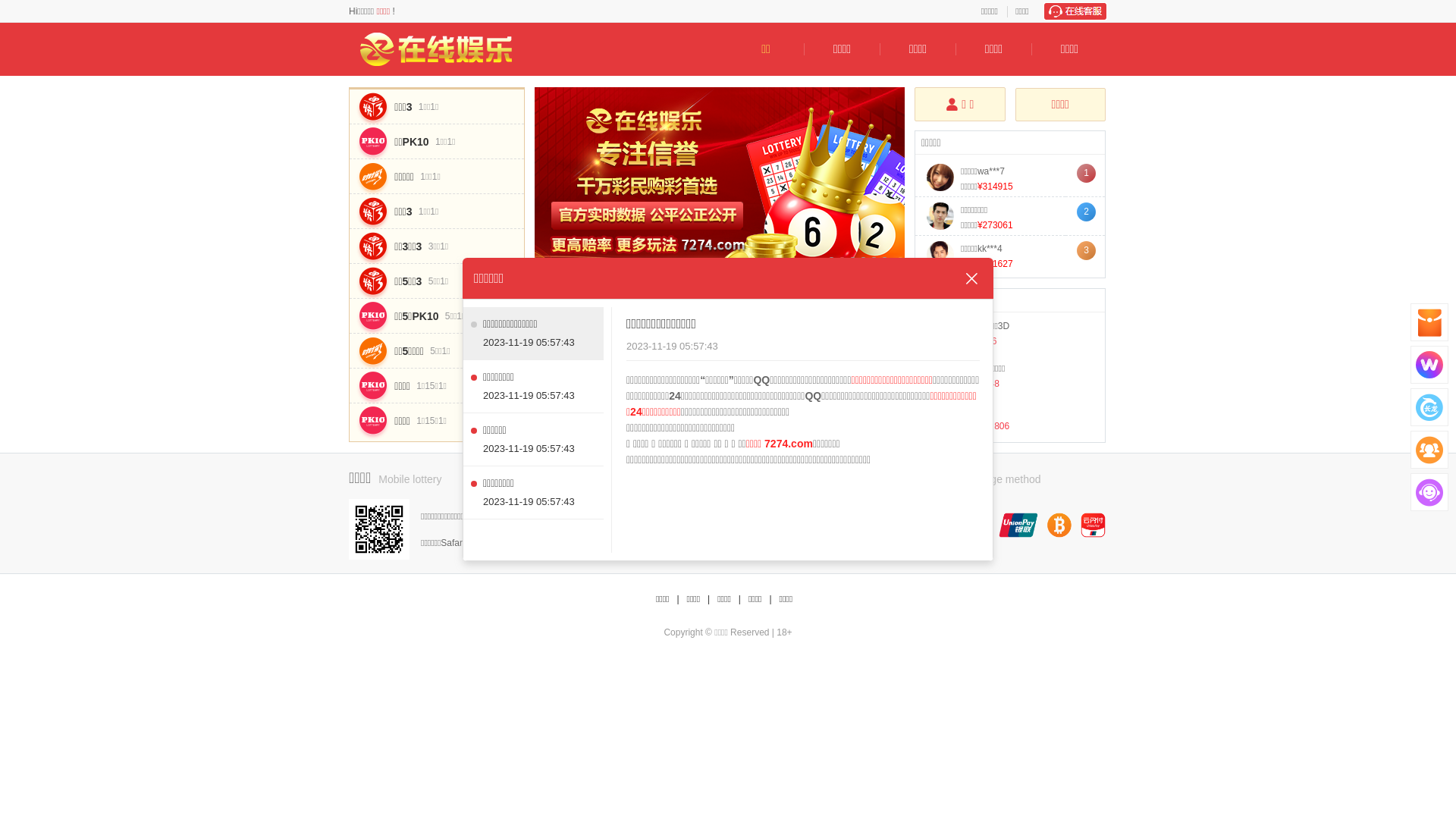 This screenshot has width=1456, height=819. Describe the element at coordinates (676, 598) in the screenshot. I see `'|'` at that location.